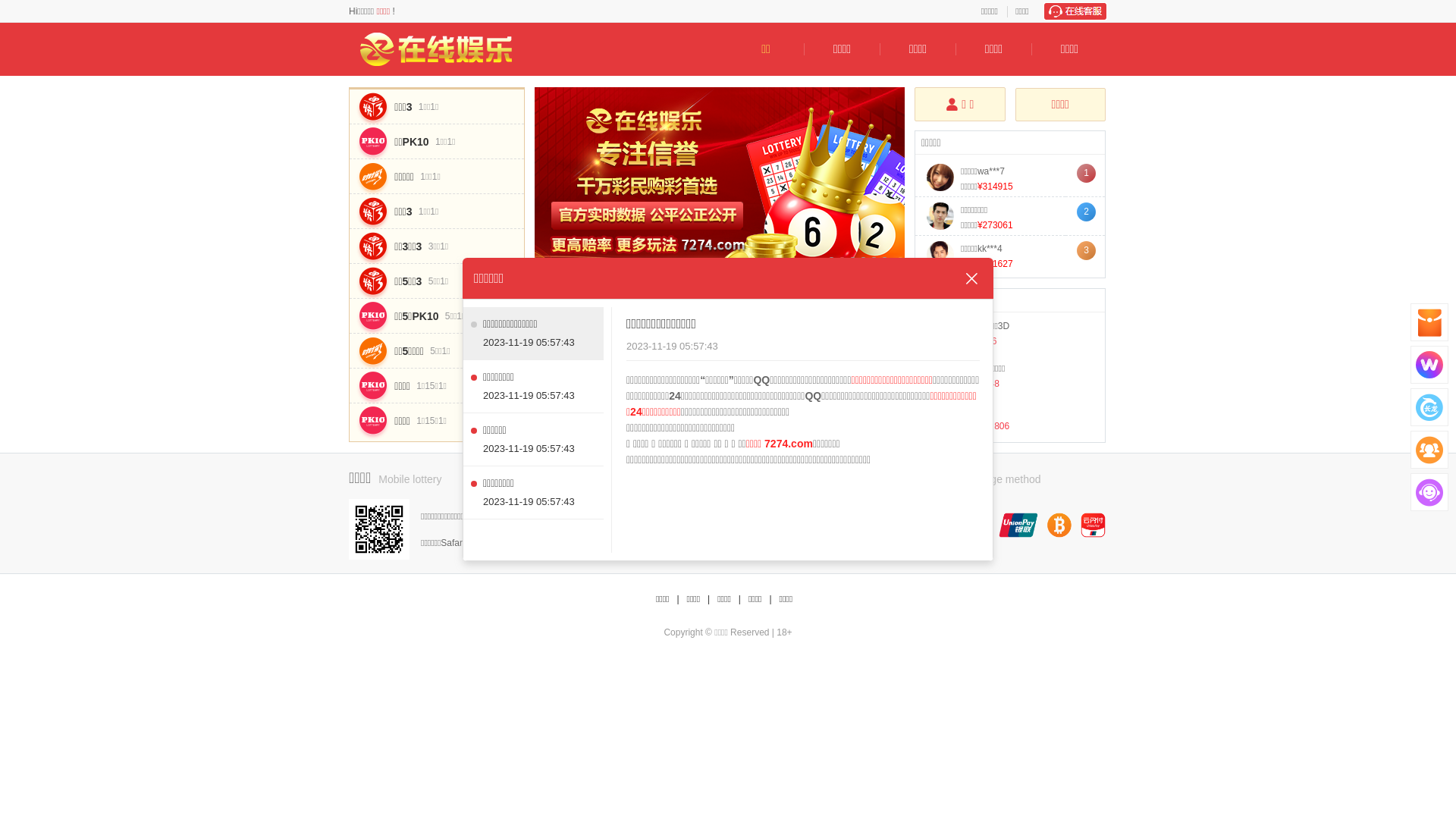 This screenshot has width=1456, height=819. Describe the element at coordinates (676, 598) in the screenshot. I see `'|'` at that location.